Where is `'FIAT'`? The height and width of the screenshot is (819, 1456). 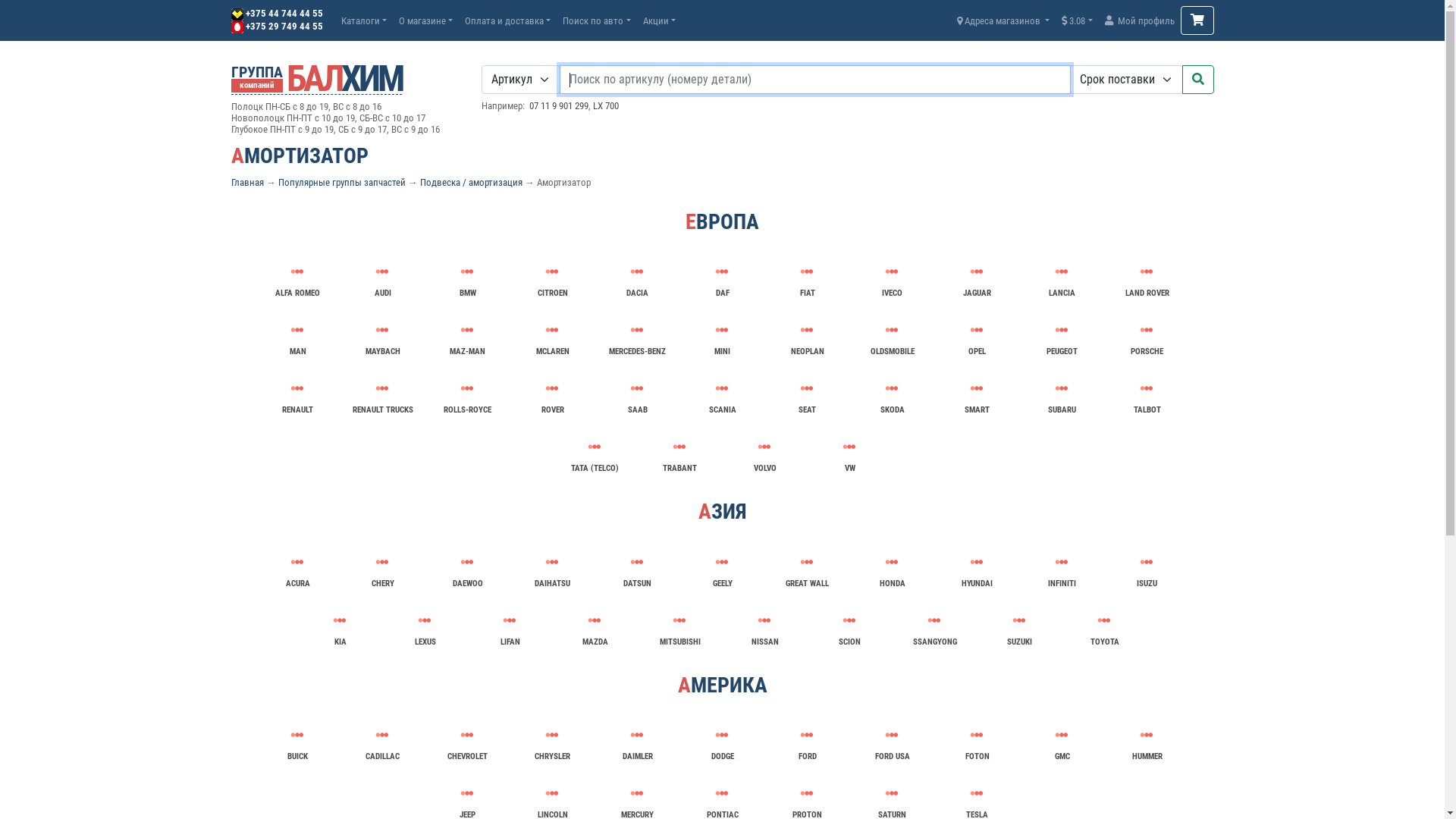
'FIAT' is located at coordinates (806, 271).